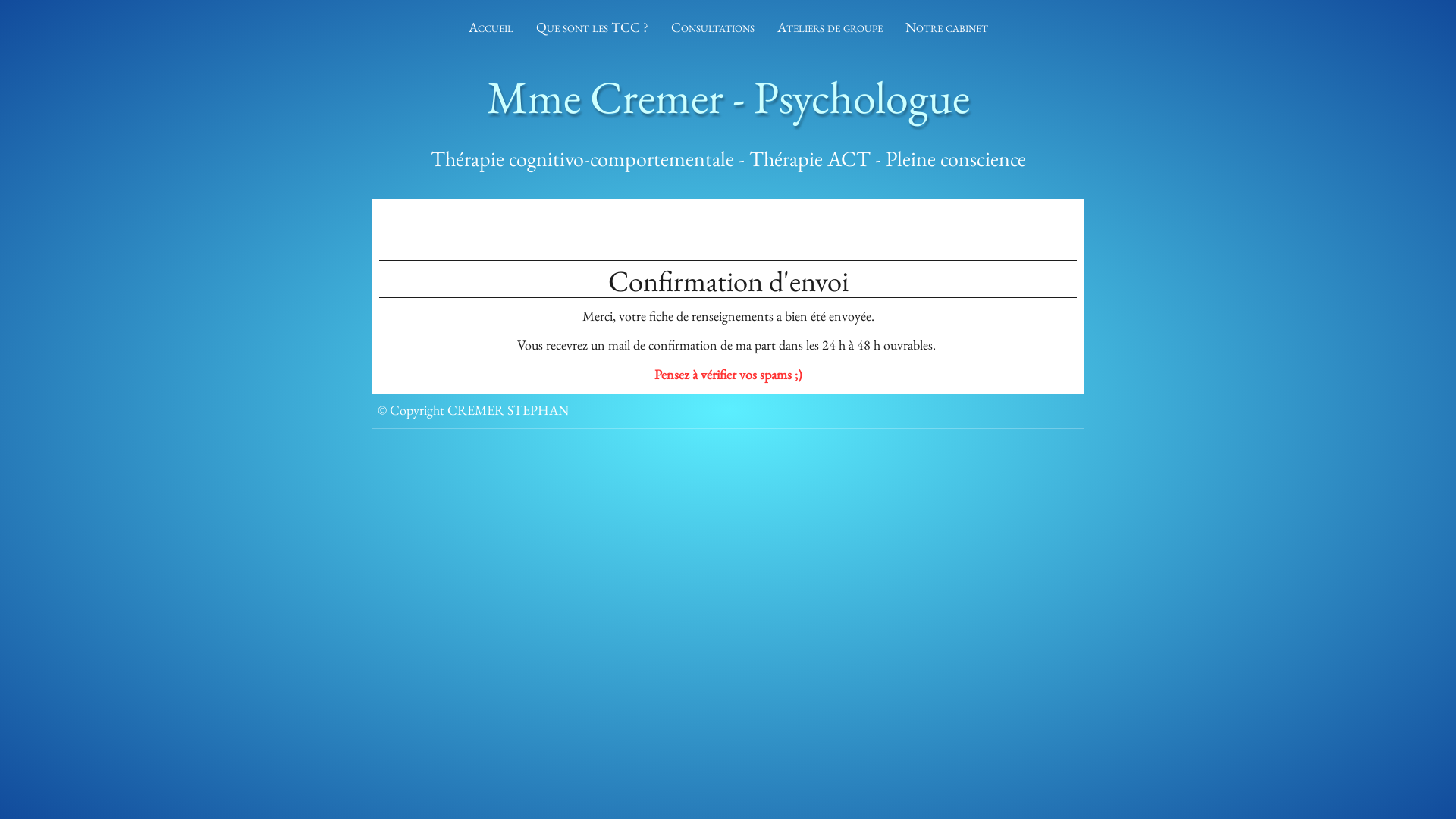 The height and width of the screenshot is (819, 1456). I want to click on 'Ateliers de groupe', so click(765, 27).